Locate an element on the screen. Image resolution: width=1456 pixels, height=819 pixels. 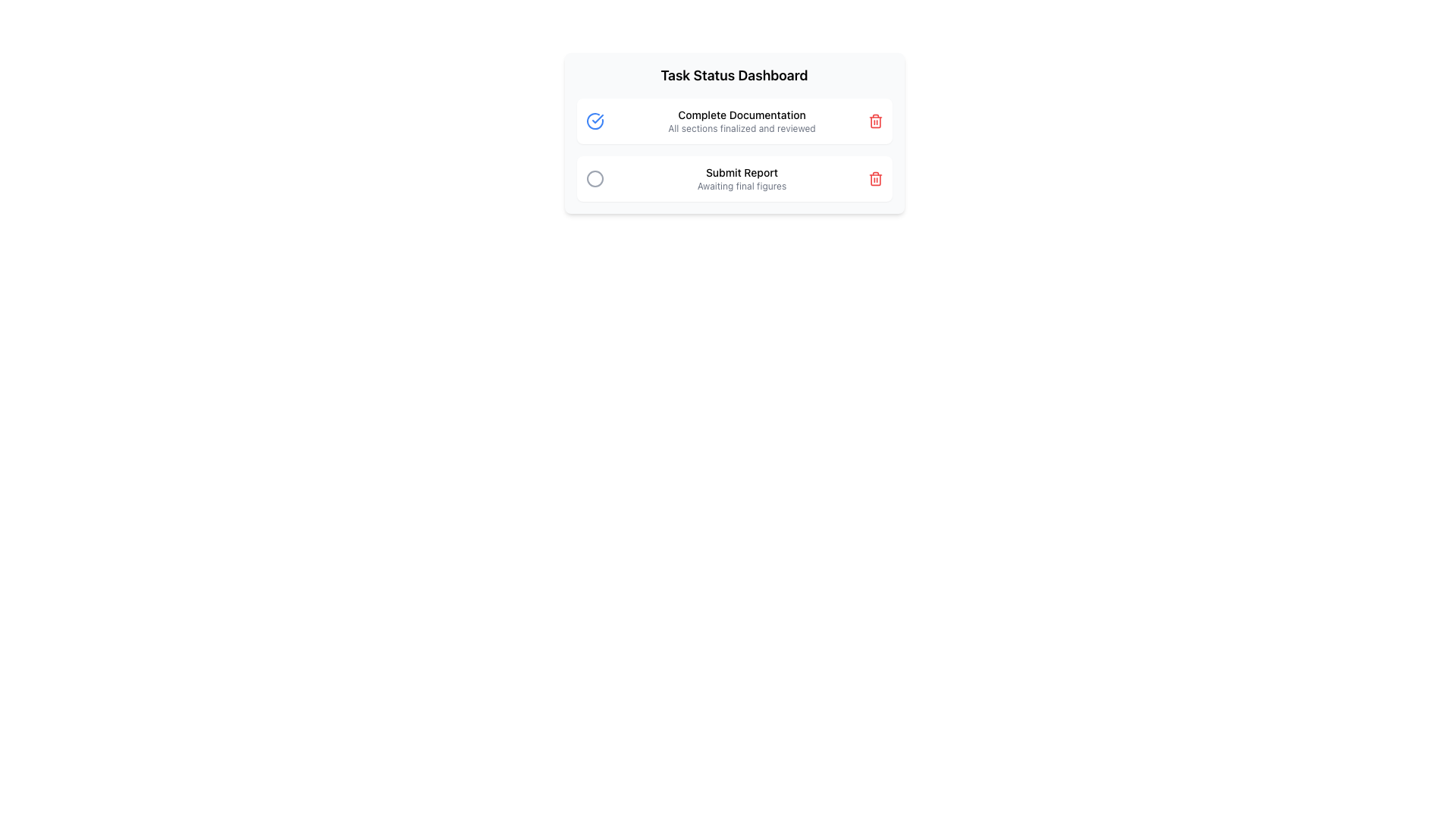
the first card in the 'Task Status Dashboard' with the primary text 'Complete Documentation' and secondary text 'All sections finalized and reviewed' is located at coordinates (734, 120).